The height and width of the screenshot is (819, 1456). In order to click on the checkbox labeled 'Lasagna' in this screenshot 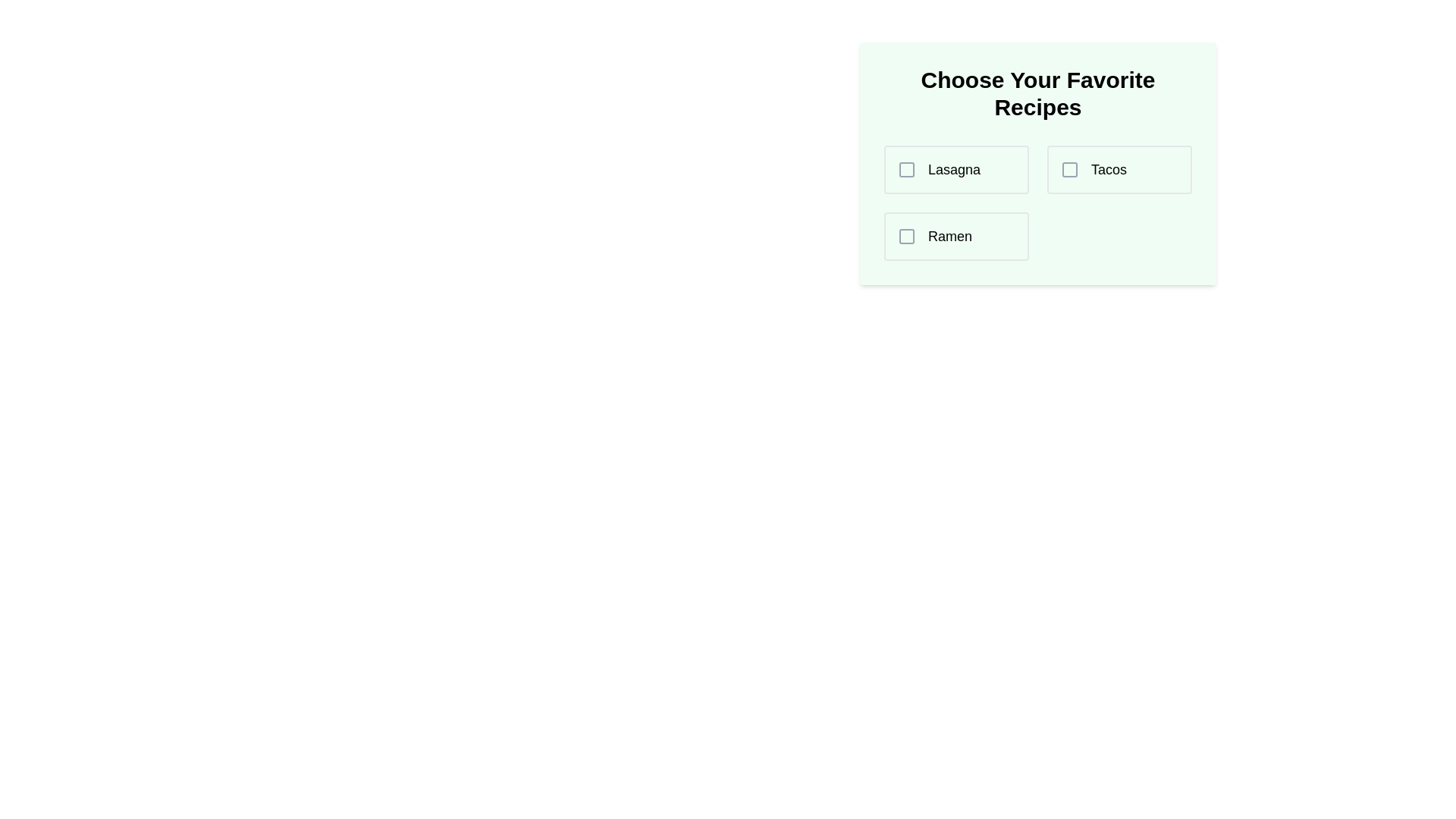, I will do `click(906, 169)`.